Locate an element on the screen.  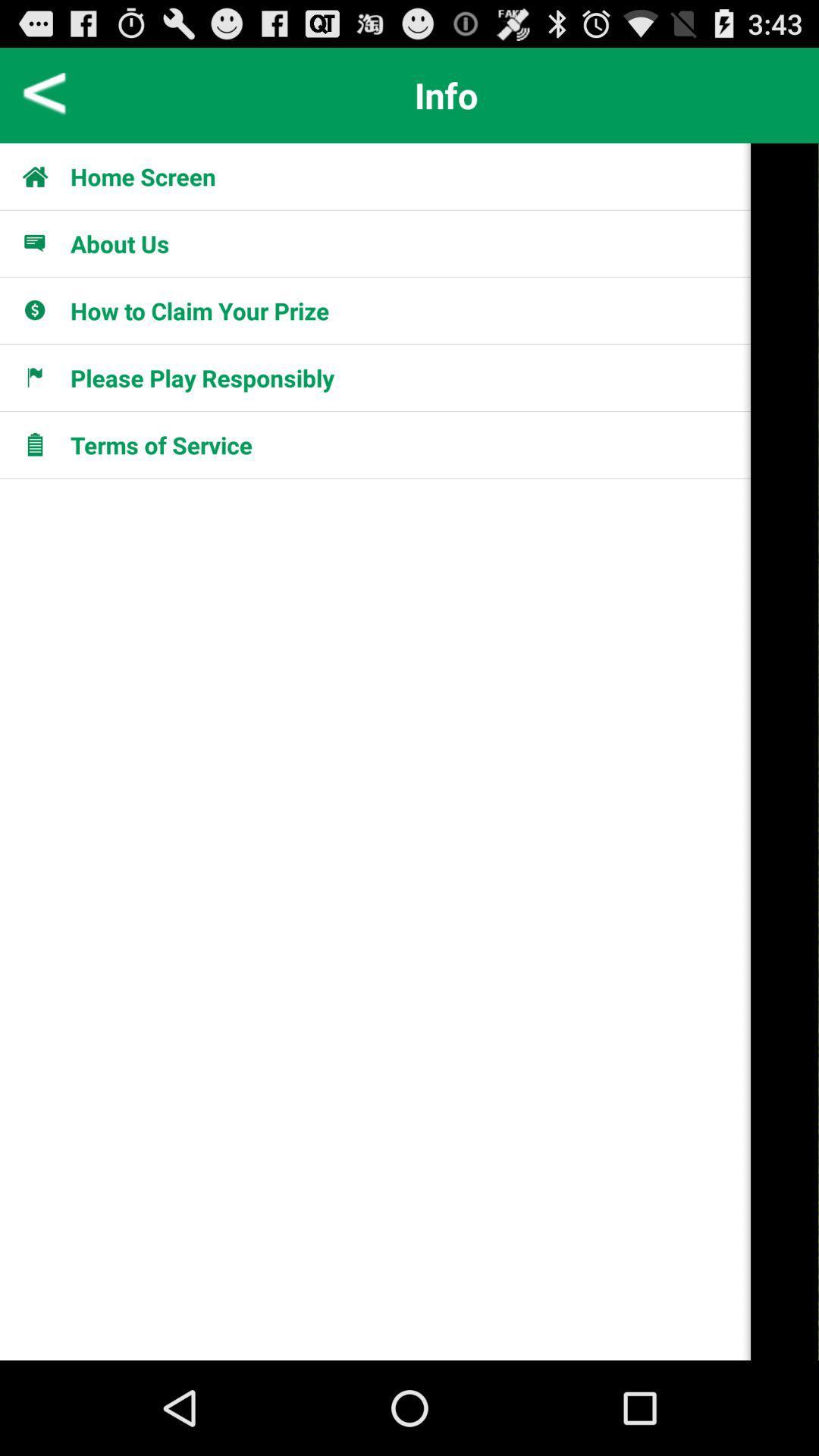
the how to claim app is located at coordinates (199, 309).